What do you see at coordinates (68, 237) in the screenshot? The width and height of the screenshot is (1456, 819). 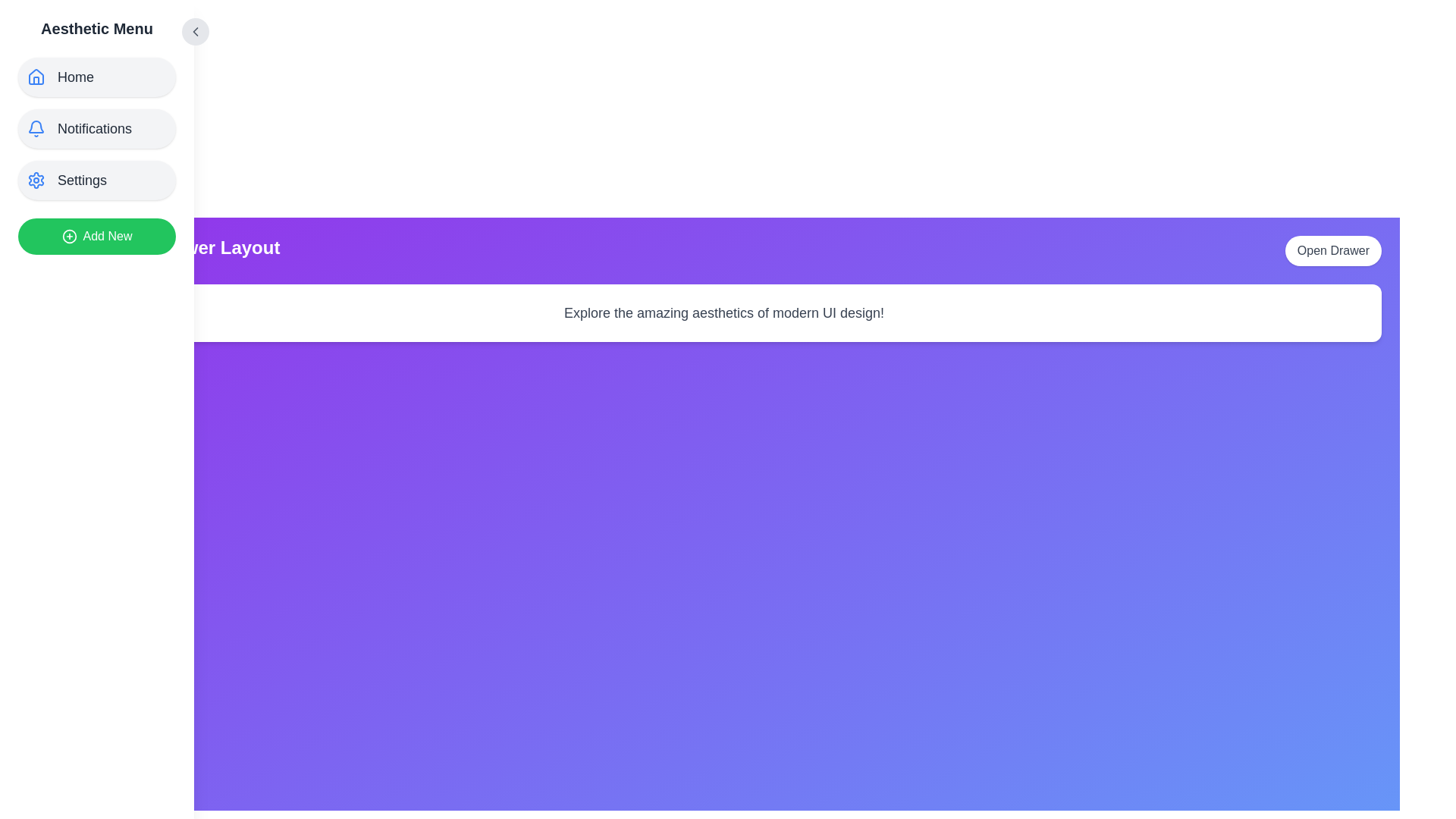 I see `the circular 'Add' icon located within the green circular button labeled 'Add New' in the left-hand menu panel` at bounding box center [68, 237].